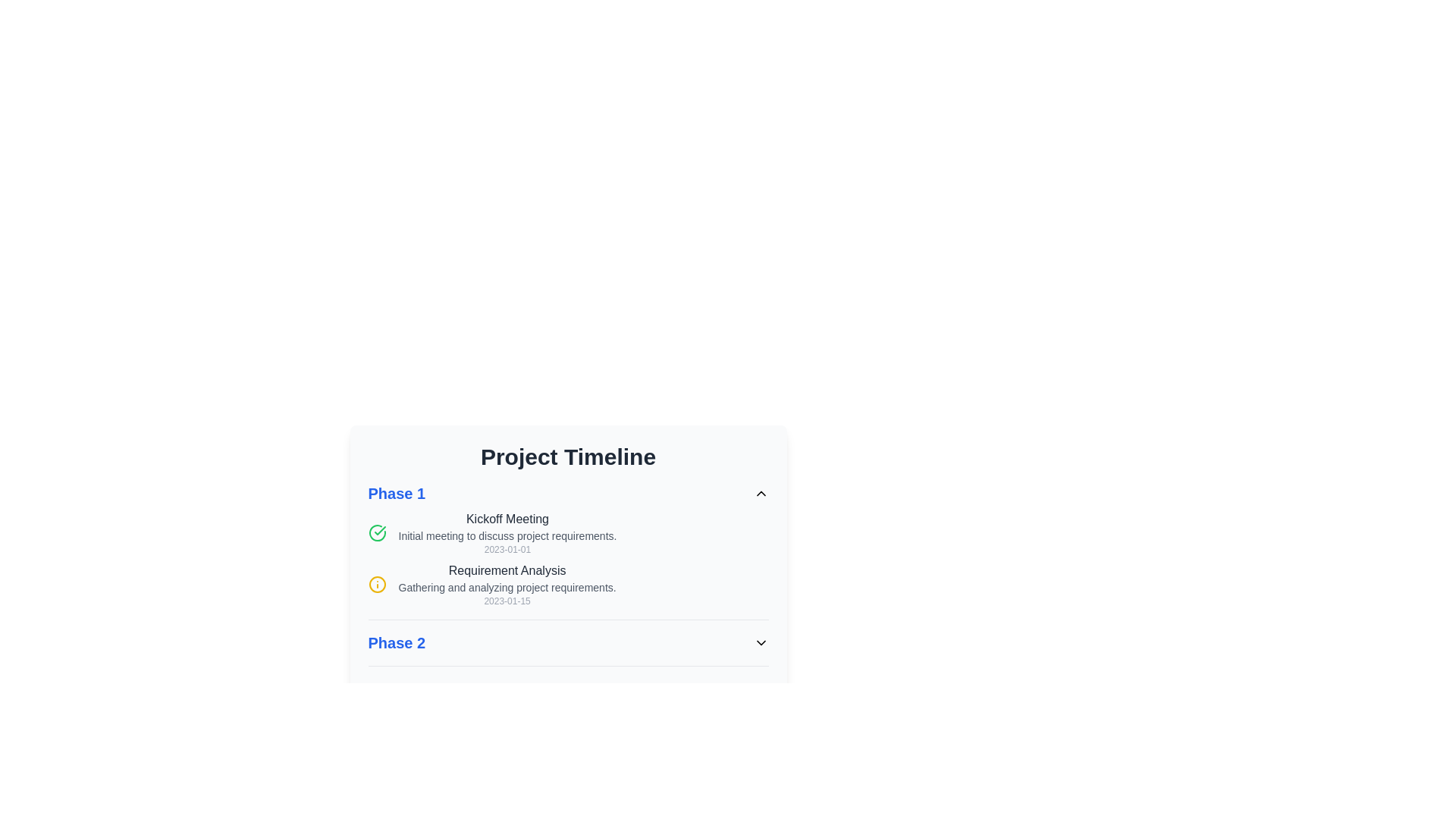 The image size is (1456, 819). What do you see at coordinates (377, 532) in the screenshot?
I see `the non-interactive green checkmark icon representing the completion status of the 'Kickoff Meeting' task, which is located at the start of the row under 'Phase 1' in the 'Project Timeline.'` at bounding box center [377, 532].